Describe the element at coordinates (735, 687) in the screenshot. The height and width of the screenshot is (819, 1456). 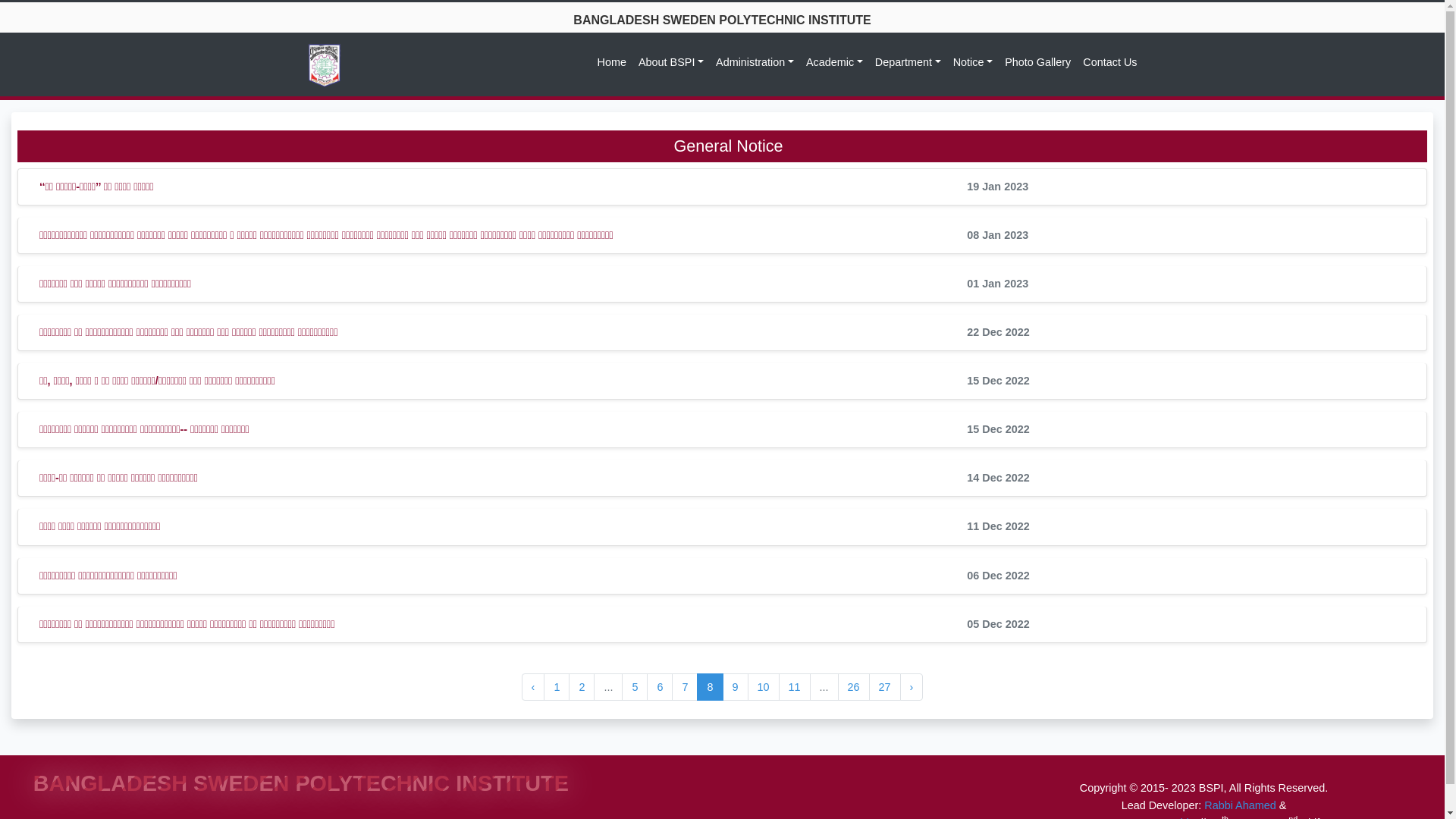
I see `'9'` at that location.